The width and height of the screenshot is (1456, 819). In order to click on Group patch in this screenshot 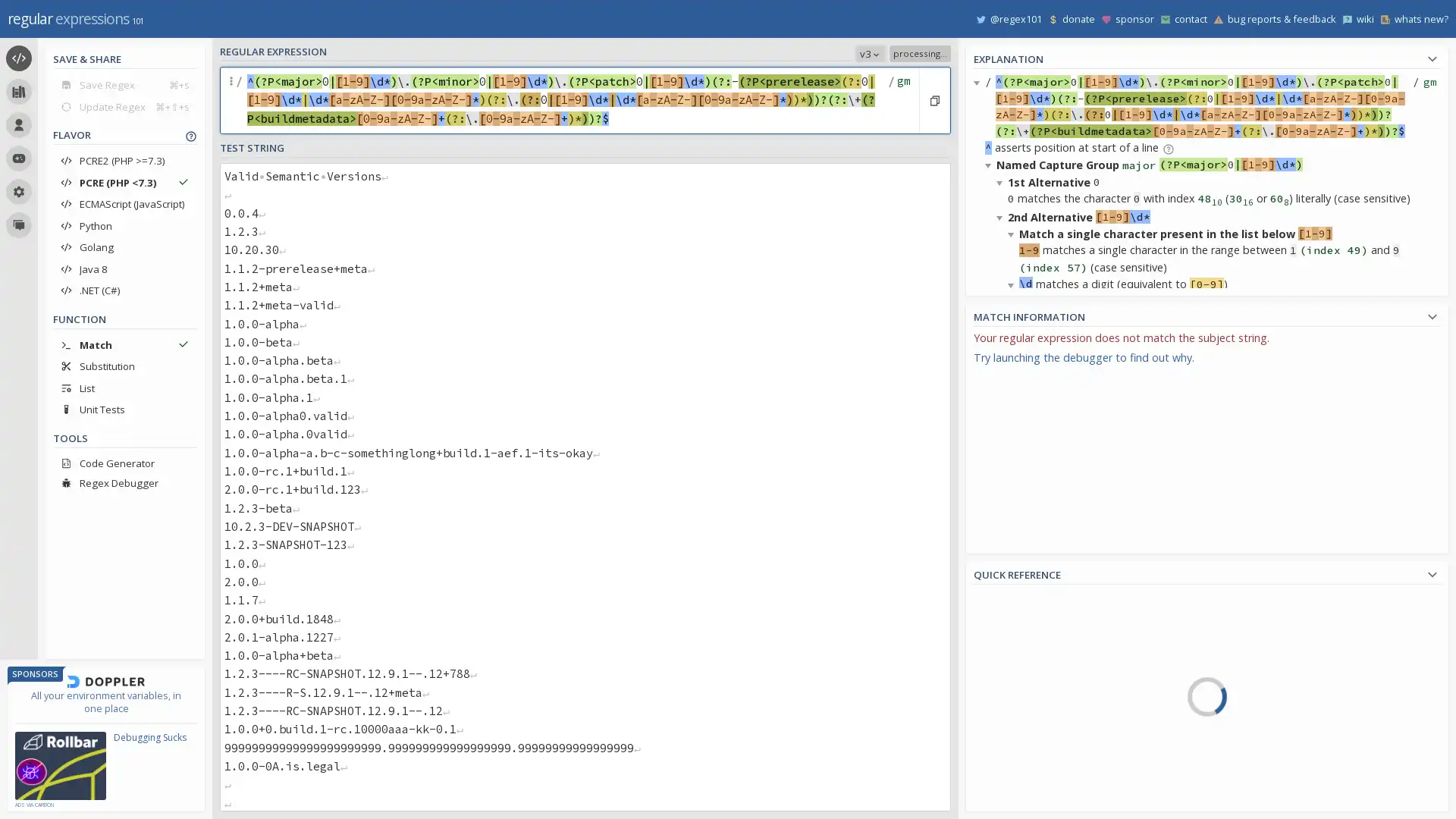, I will do `click(1040, 804)`.